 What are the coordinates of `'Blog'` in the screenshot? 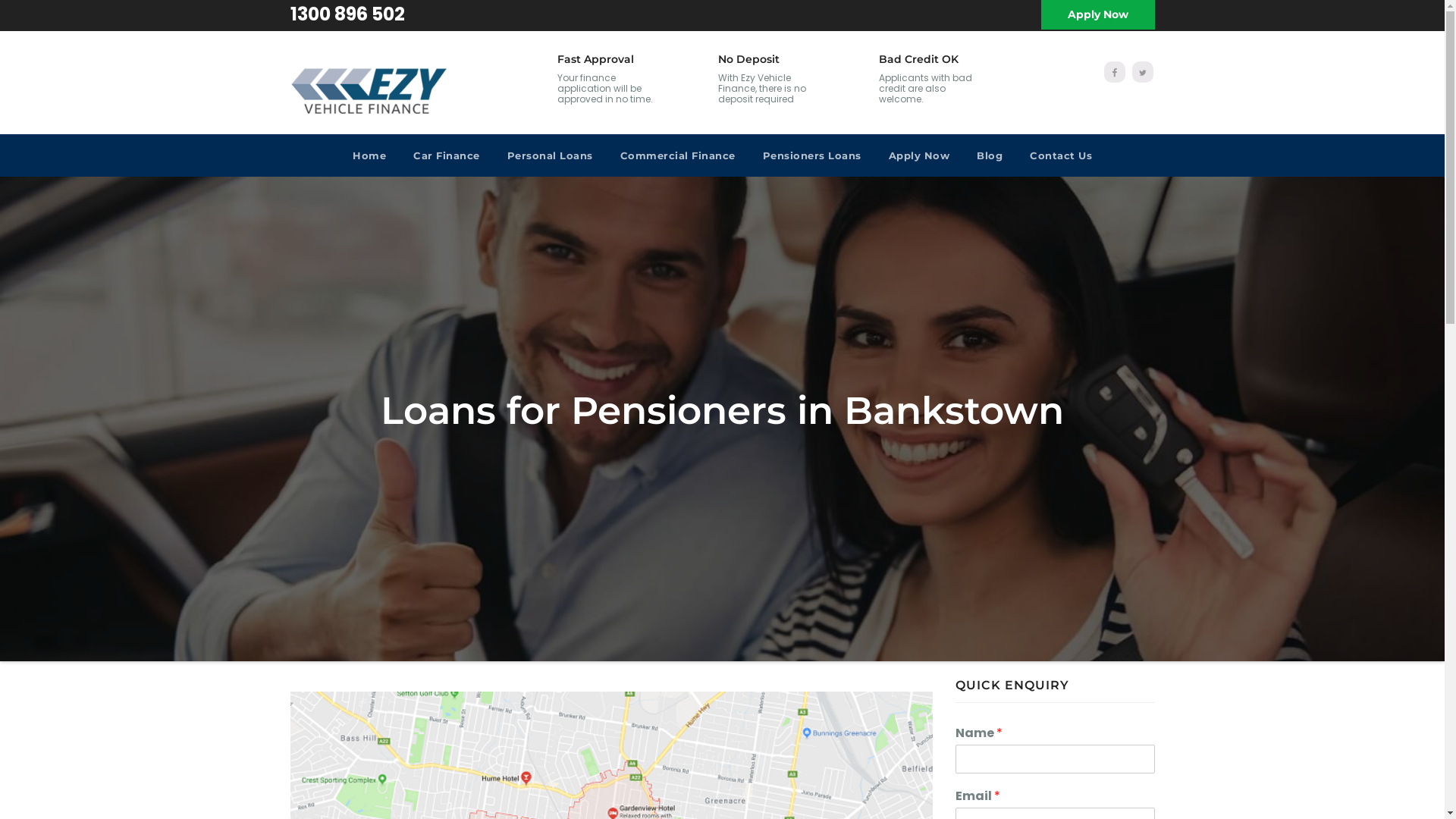 It's located at (964, 155).